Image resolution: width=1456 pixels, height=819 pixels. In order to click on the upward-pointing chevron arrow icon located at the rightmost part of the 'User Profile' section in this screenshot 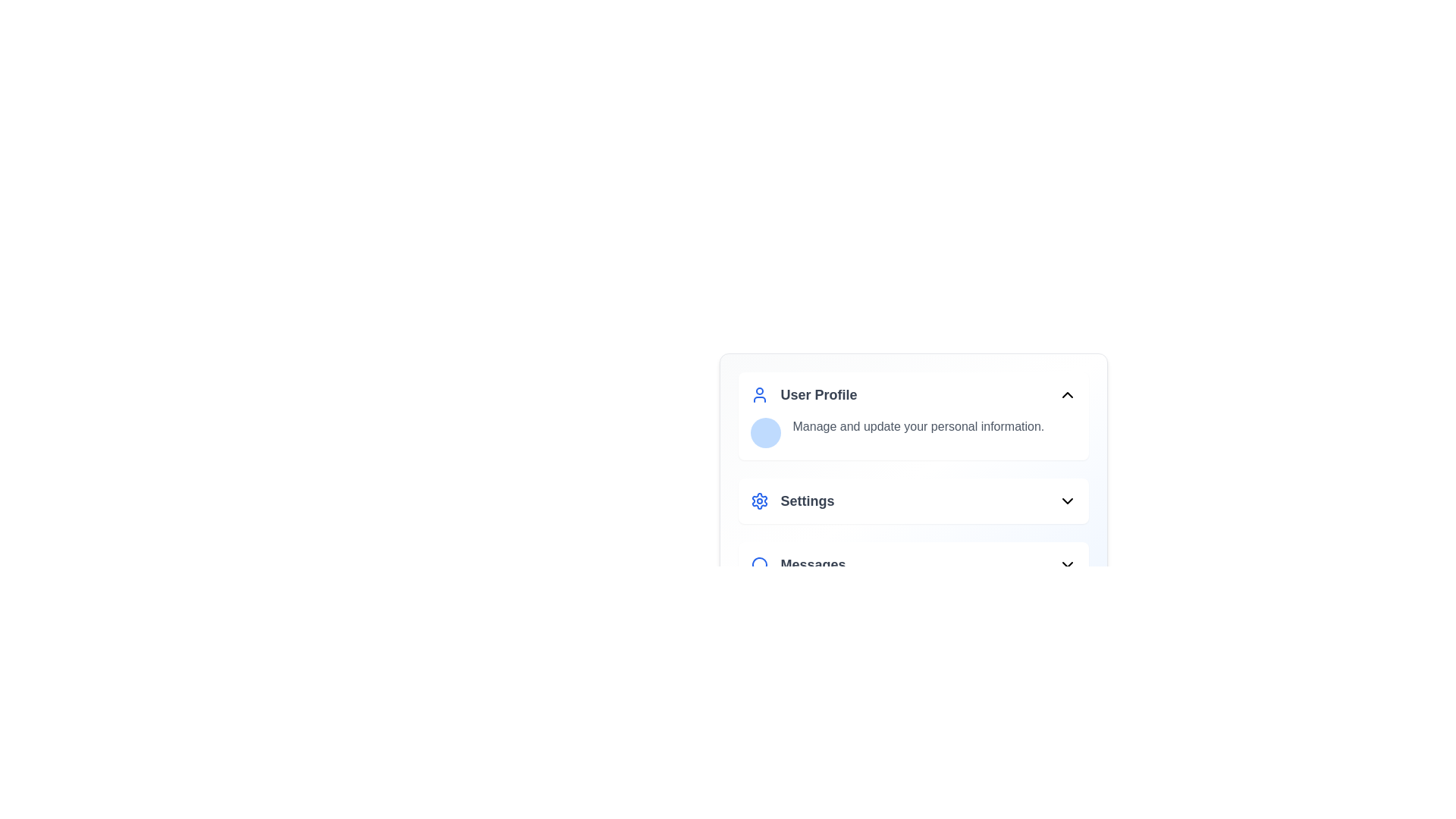, I will do `click(1066, 394)`.